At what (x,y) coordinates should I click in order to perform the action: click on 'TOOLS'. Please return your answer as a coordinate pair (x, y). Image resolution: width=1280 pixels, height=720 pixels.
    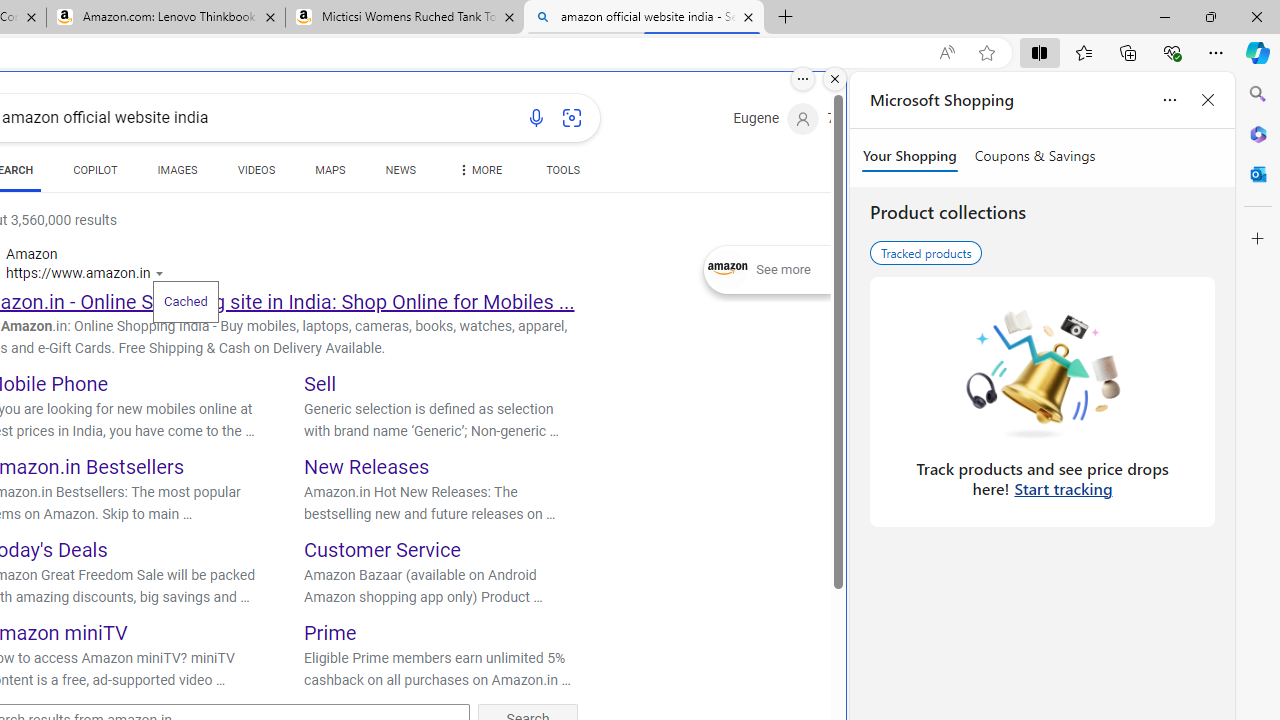
    Looking at the image, I should click on (562, 170).